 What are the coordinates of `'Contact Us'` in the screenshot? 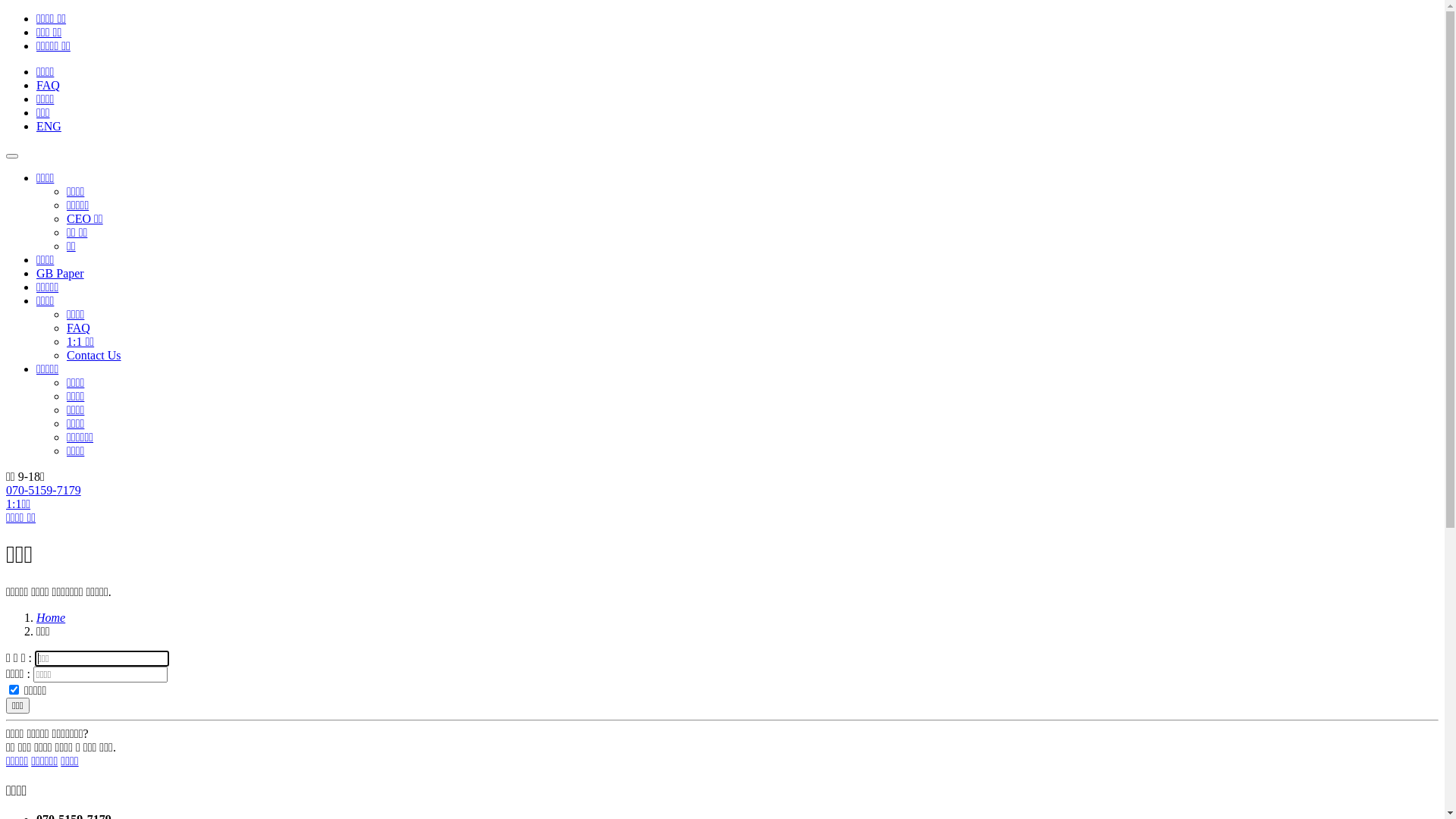 It's located at (65, 355).